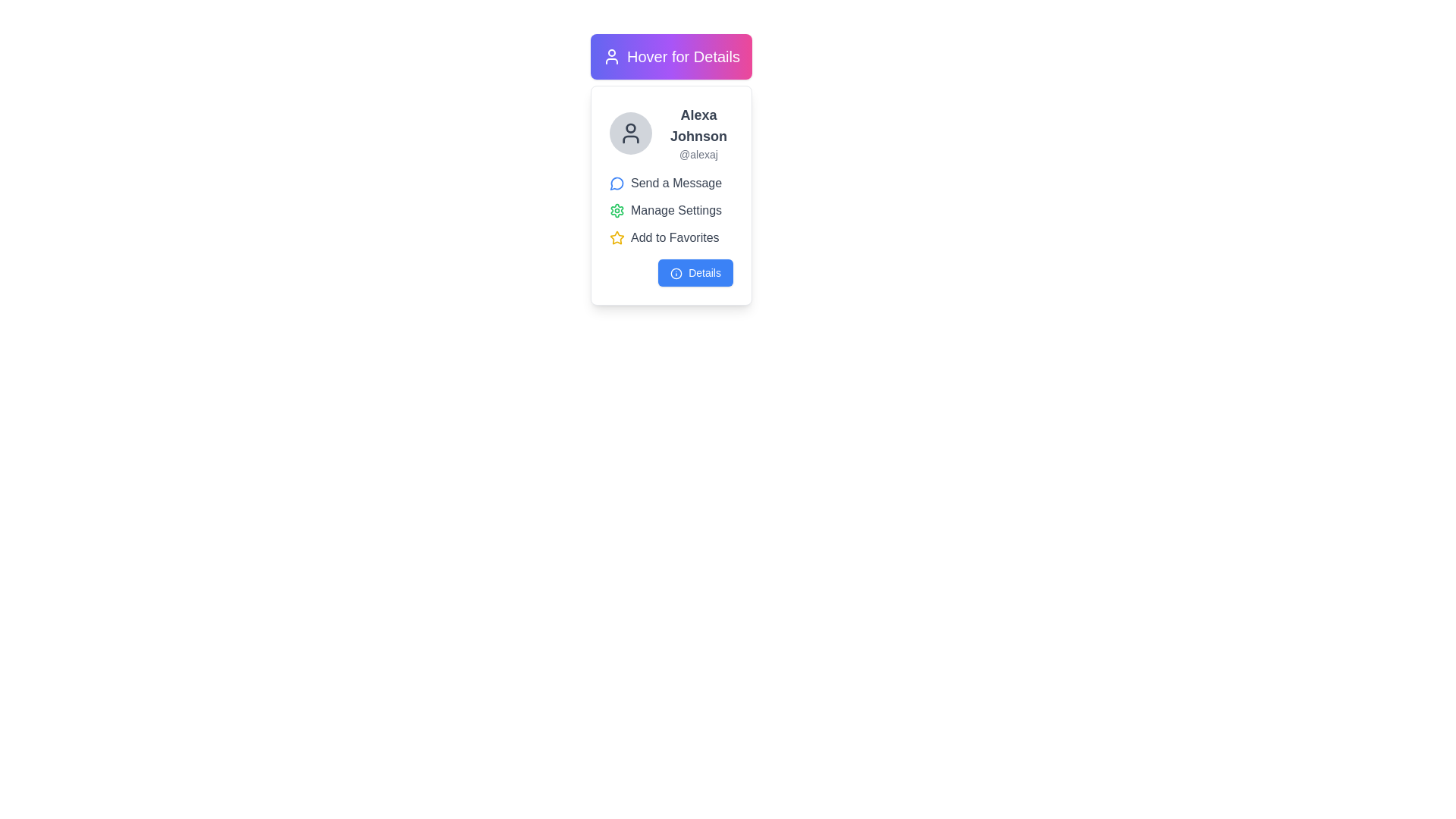 This screenshot has height=819, width=1456. Describe the element at coordinates (617, 210) in the screenshot. I see `the green-themed cogwheel icon representing settings, which is located to the left of the 'Manage Settings' text` at that location.